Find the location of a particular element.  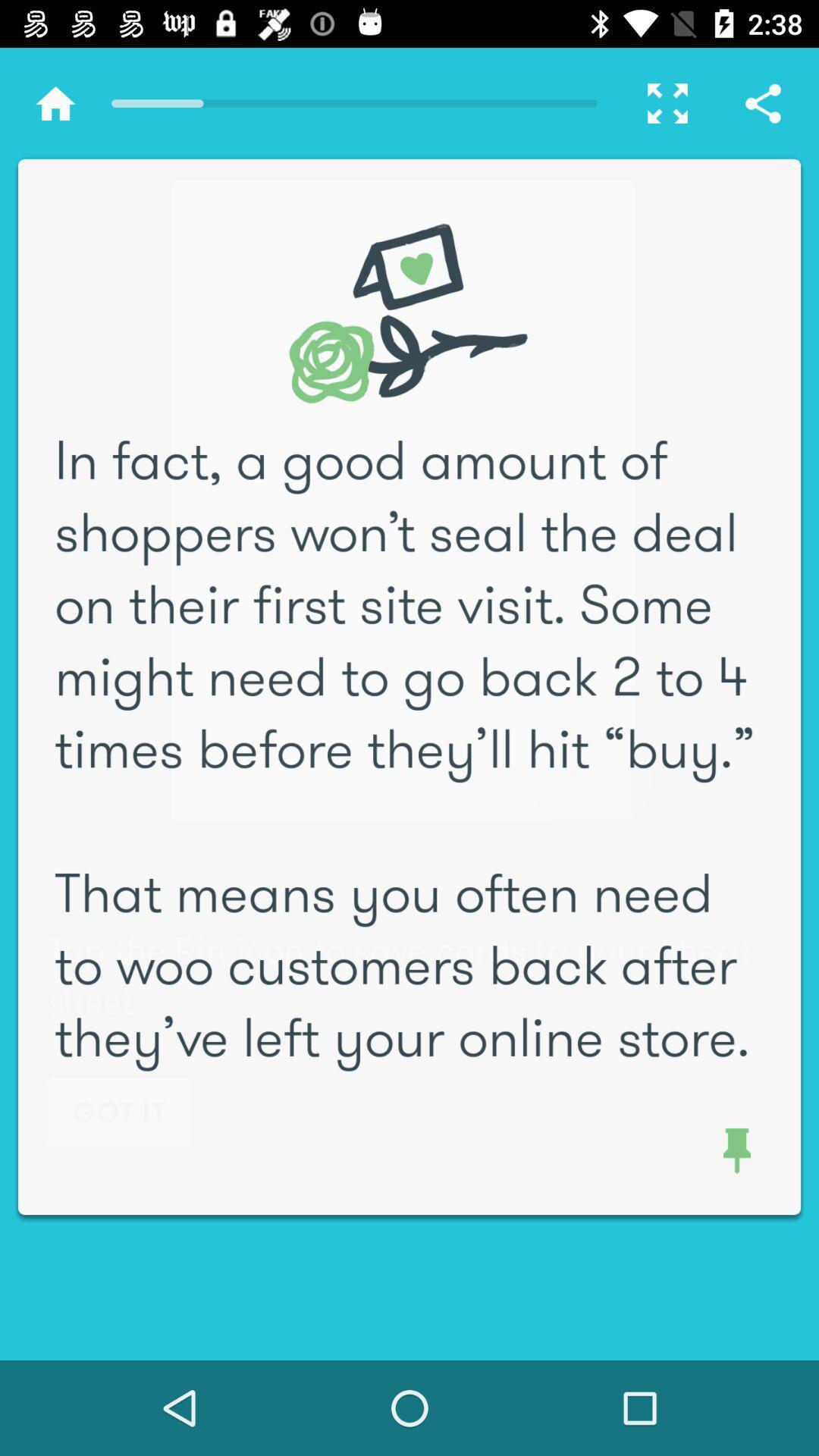

the share icon is located at coordinates (763, 102).